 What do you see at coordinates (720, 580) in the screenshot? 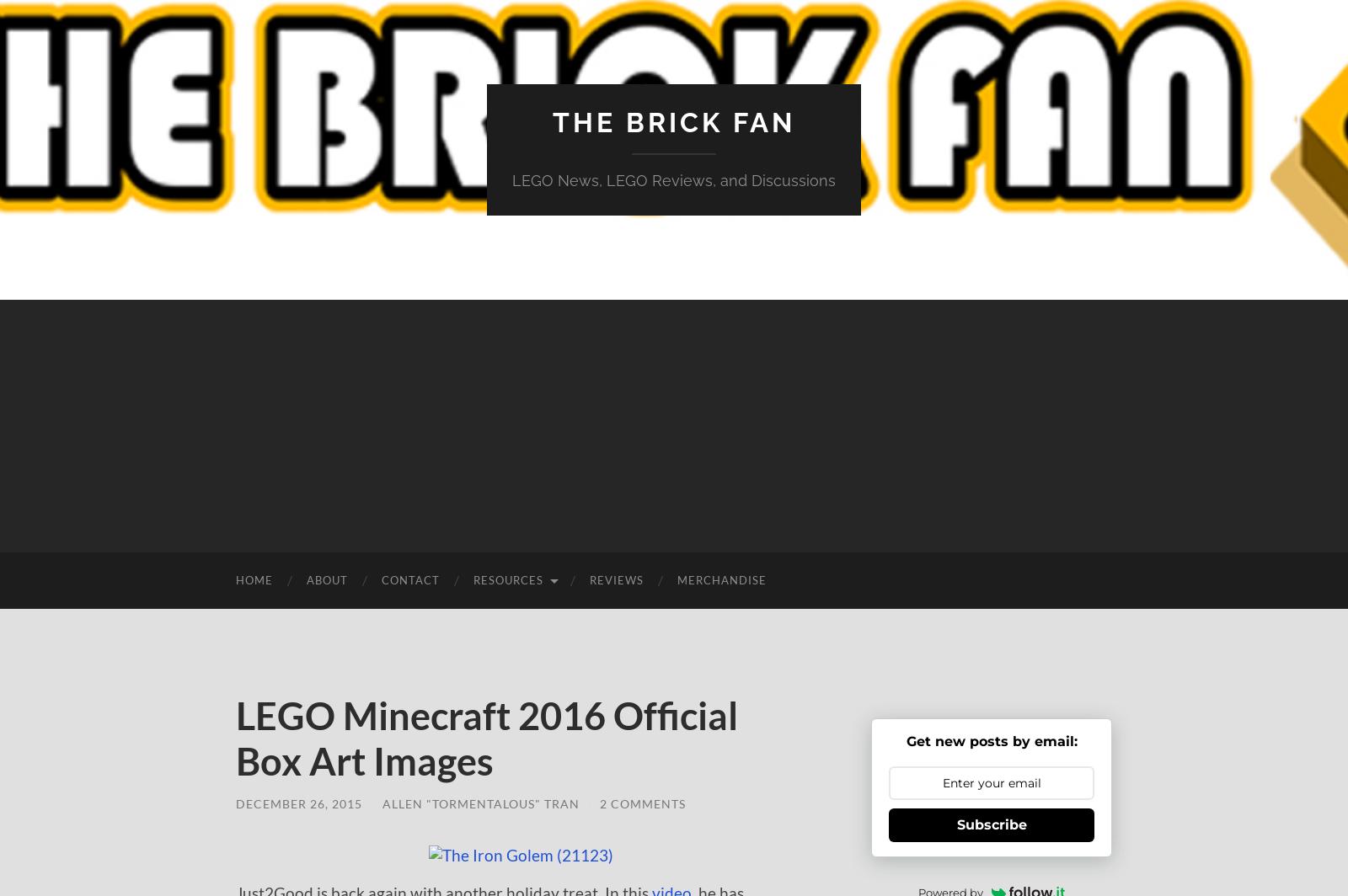
I see `'Merchandise'` at bounding box center [720, 580].